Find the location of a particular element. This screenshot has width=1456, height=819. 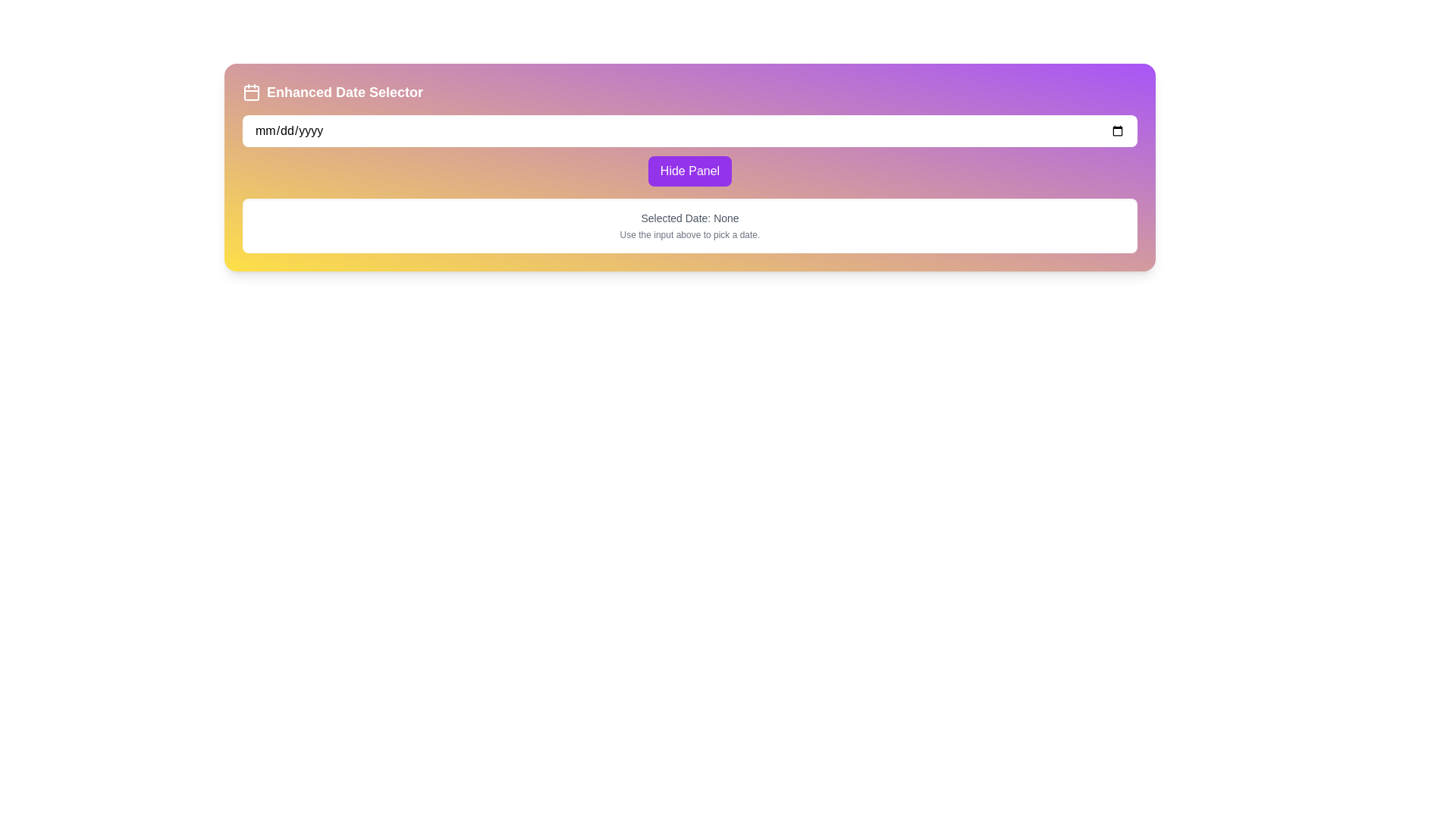

the rectangular button with a rounded shape that has a purple background and white text reading 'Hide Panel' to change its background color is located at coordinates (689, 171).